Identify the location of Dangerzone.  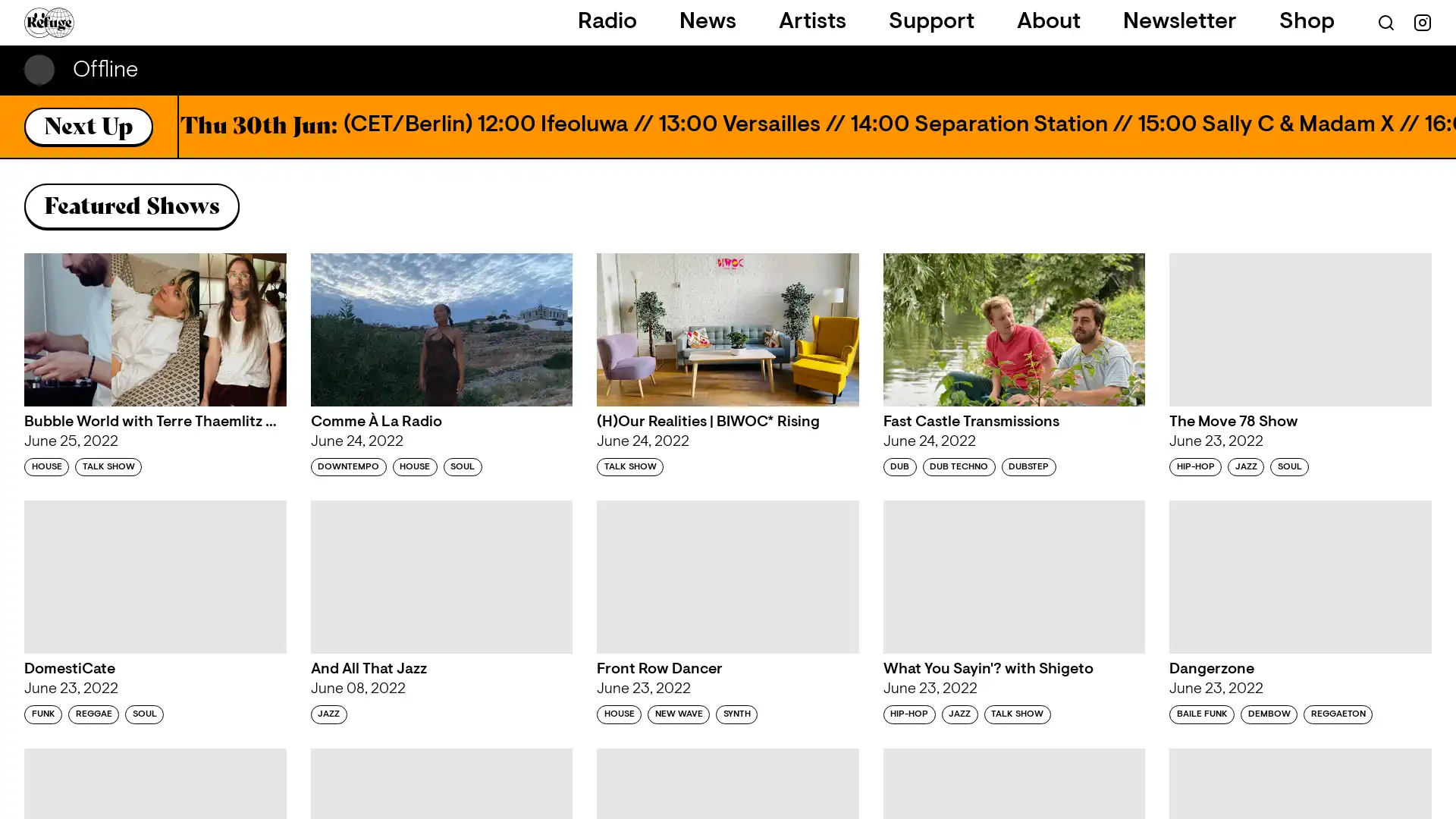
(1299, 576).